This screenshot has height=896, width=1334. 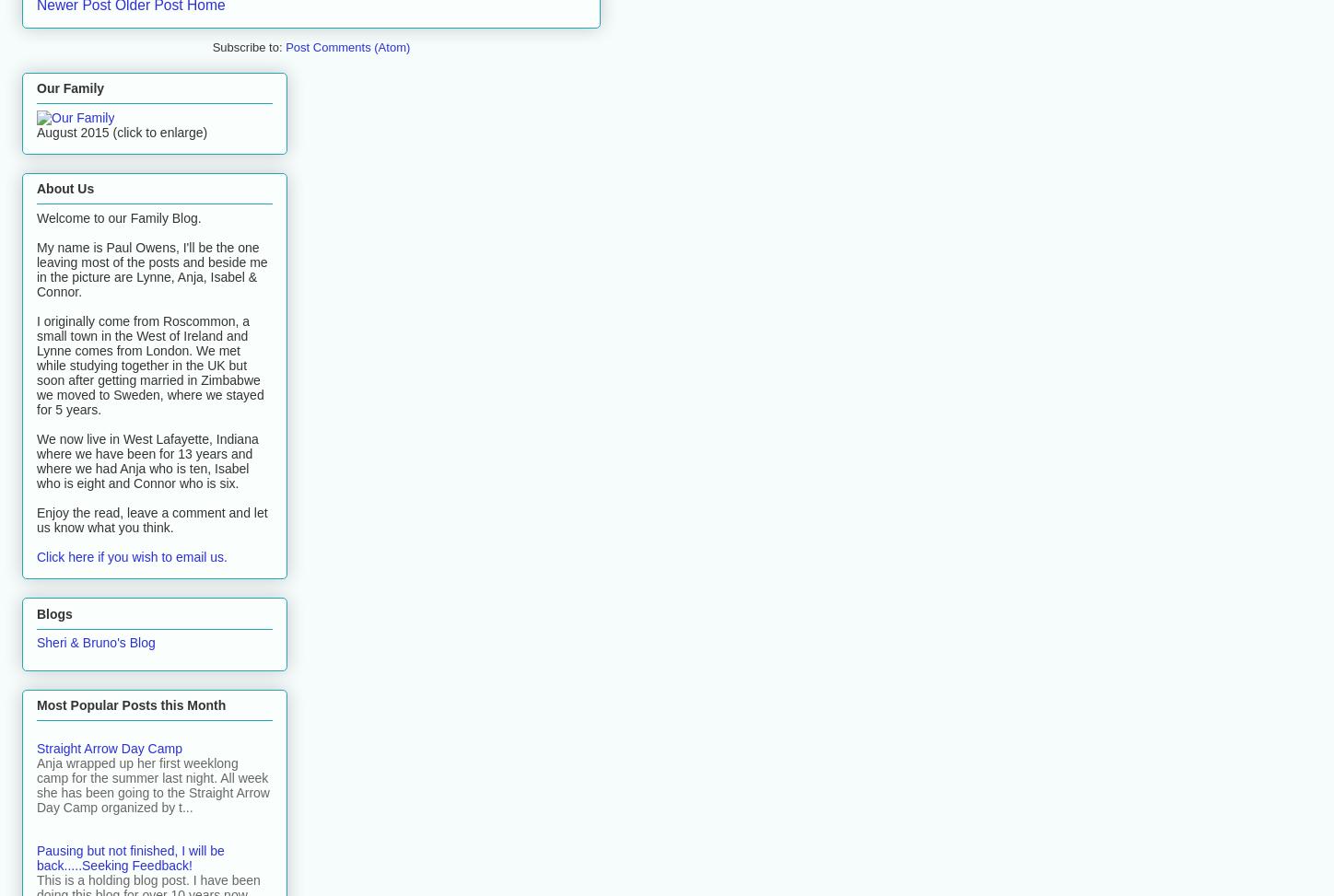 What do you see at coordinates (149, 364) in the screenshot?
I see `'I originally come from Roscommon, a small town in the West of Ireland and Lynne comes from London. We met while studying together in the UK but soon after getting married in Zimbabwe we moved to Sweden, where we stayed for 5 years.'` at bounding box center [149, 364].